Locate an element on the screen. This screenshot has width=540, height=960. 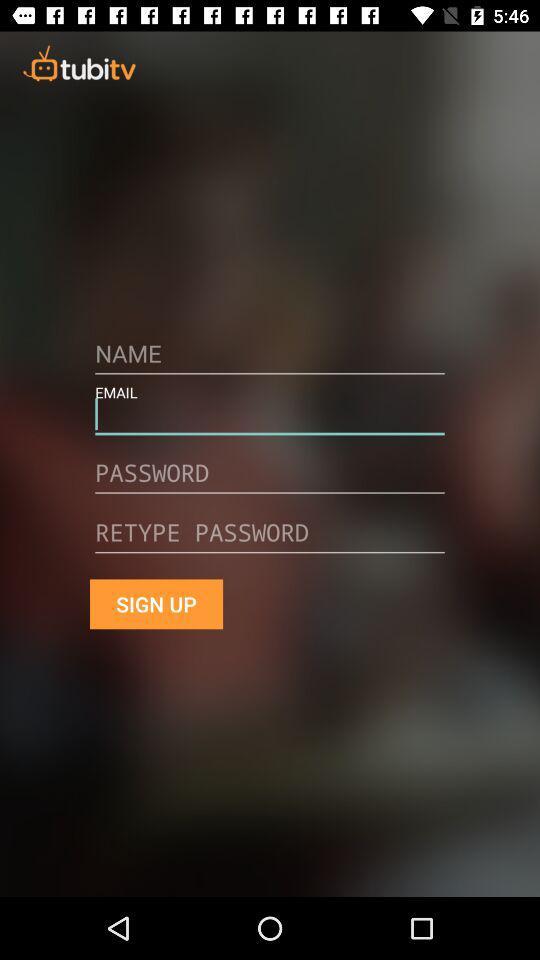
put email is located at coordinates (270, 421).